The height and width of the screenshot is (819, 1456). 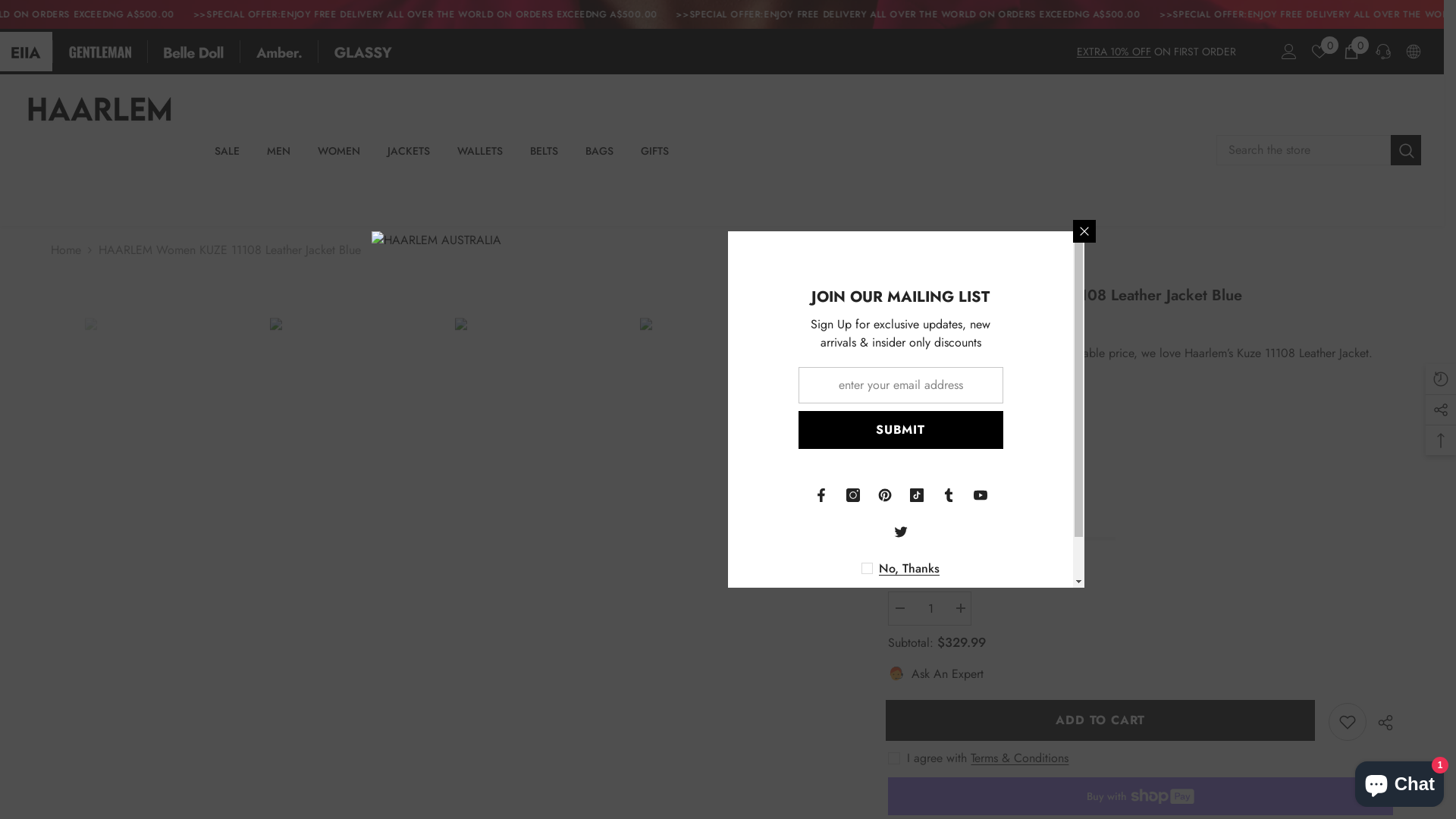 I want to click on 'Cart, so click(x=1351, y=51).